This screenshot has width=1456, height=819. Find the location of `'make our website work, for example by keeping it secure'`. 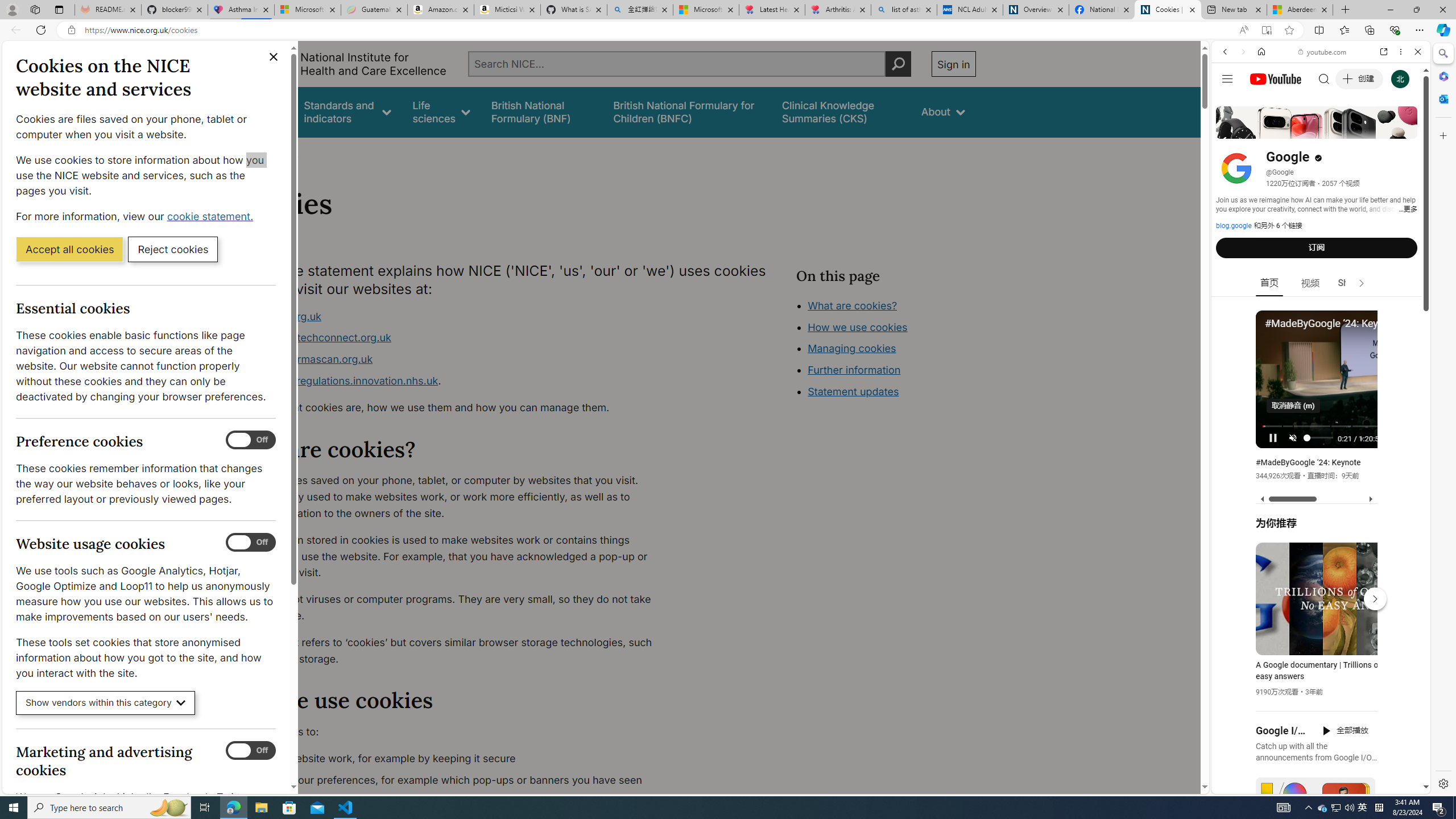

'make our website work, for example by keeping it secure' is located at coordinates (452, 758).